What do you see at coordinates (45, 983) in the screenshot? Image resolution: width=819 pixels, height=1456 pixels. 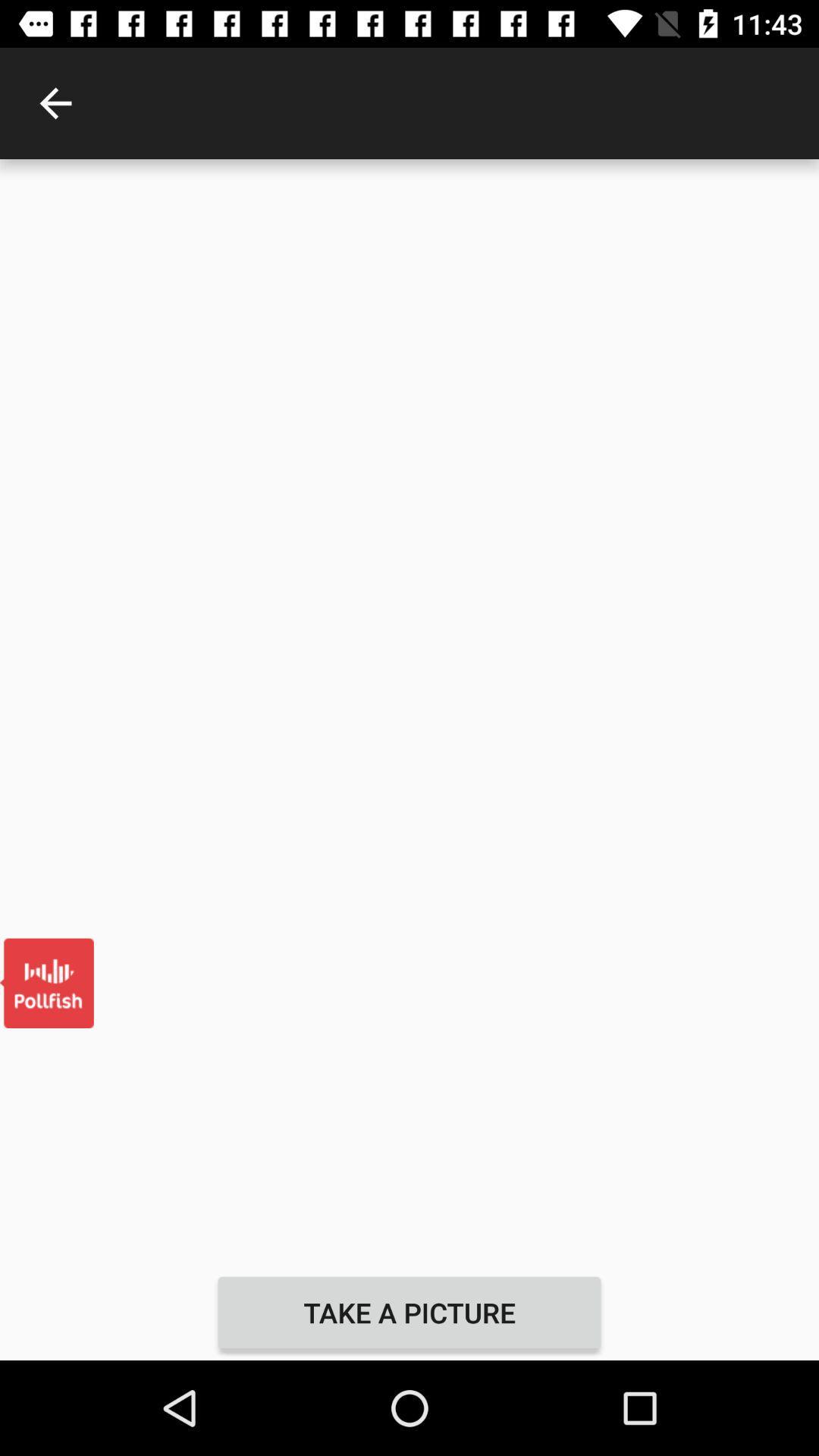 I see `button at the bottom left corner` at bounding box center [45, 983].